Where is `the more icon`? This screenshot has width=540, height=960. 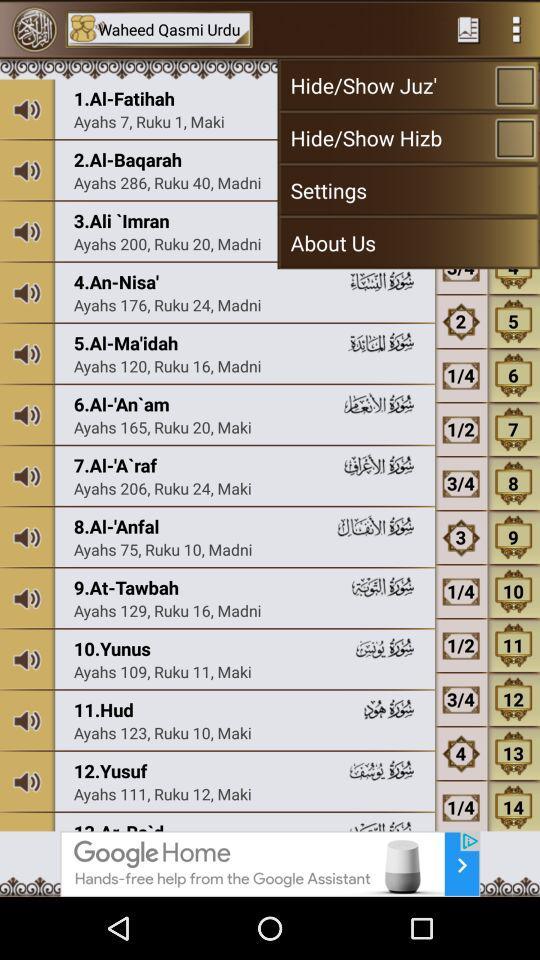
the more icon is located at coordinates (516, 30).